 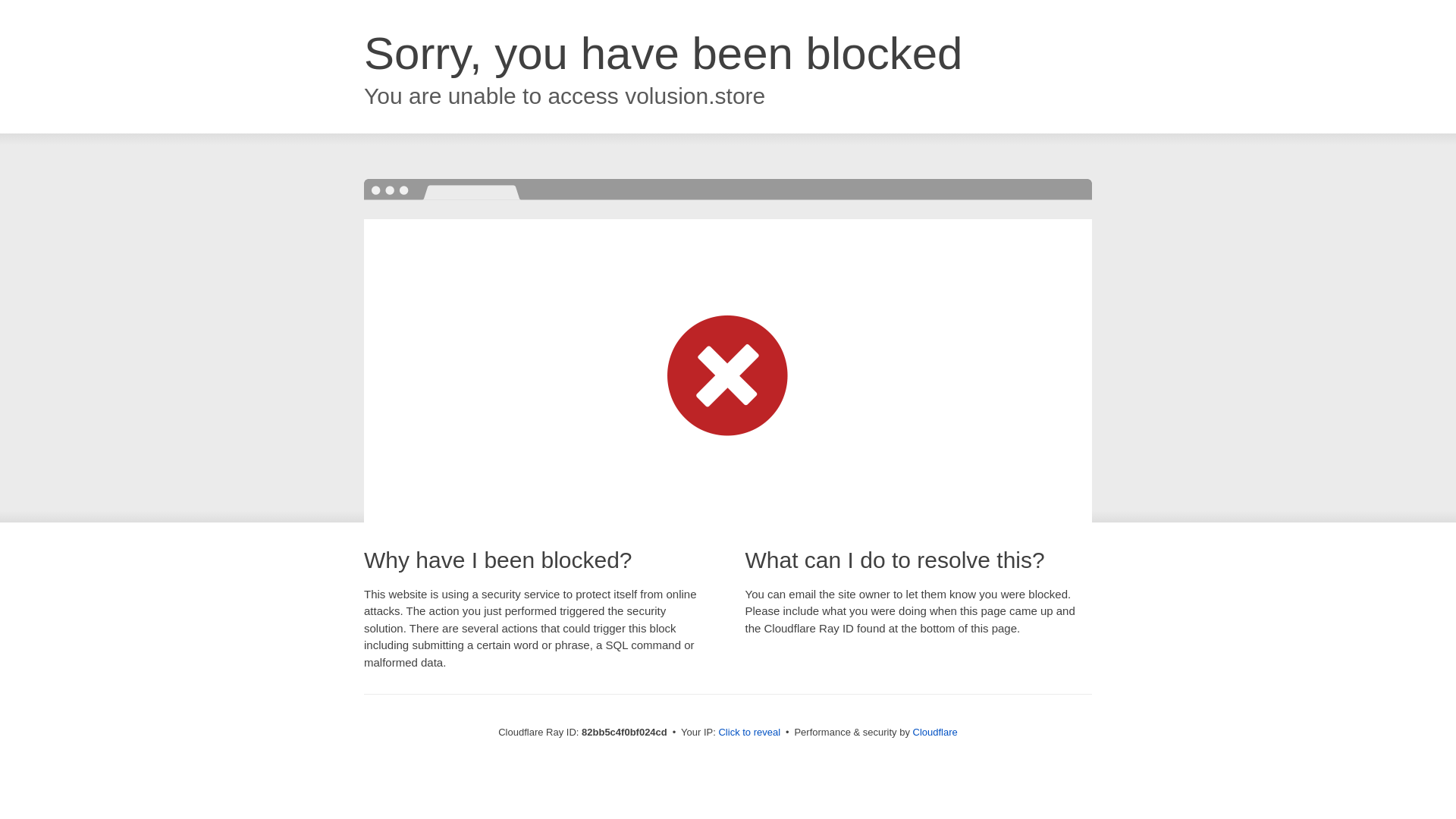 What do you see at coordinates (749, 731) in the screenshot?
I see `'Click to reveal'` at bounding box center [749, 731].